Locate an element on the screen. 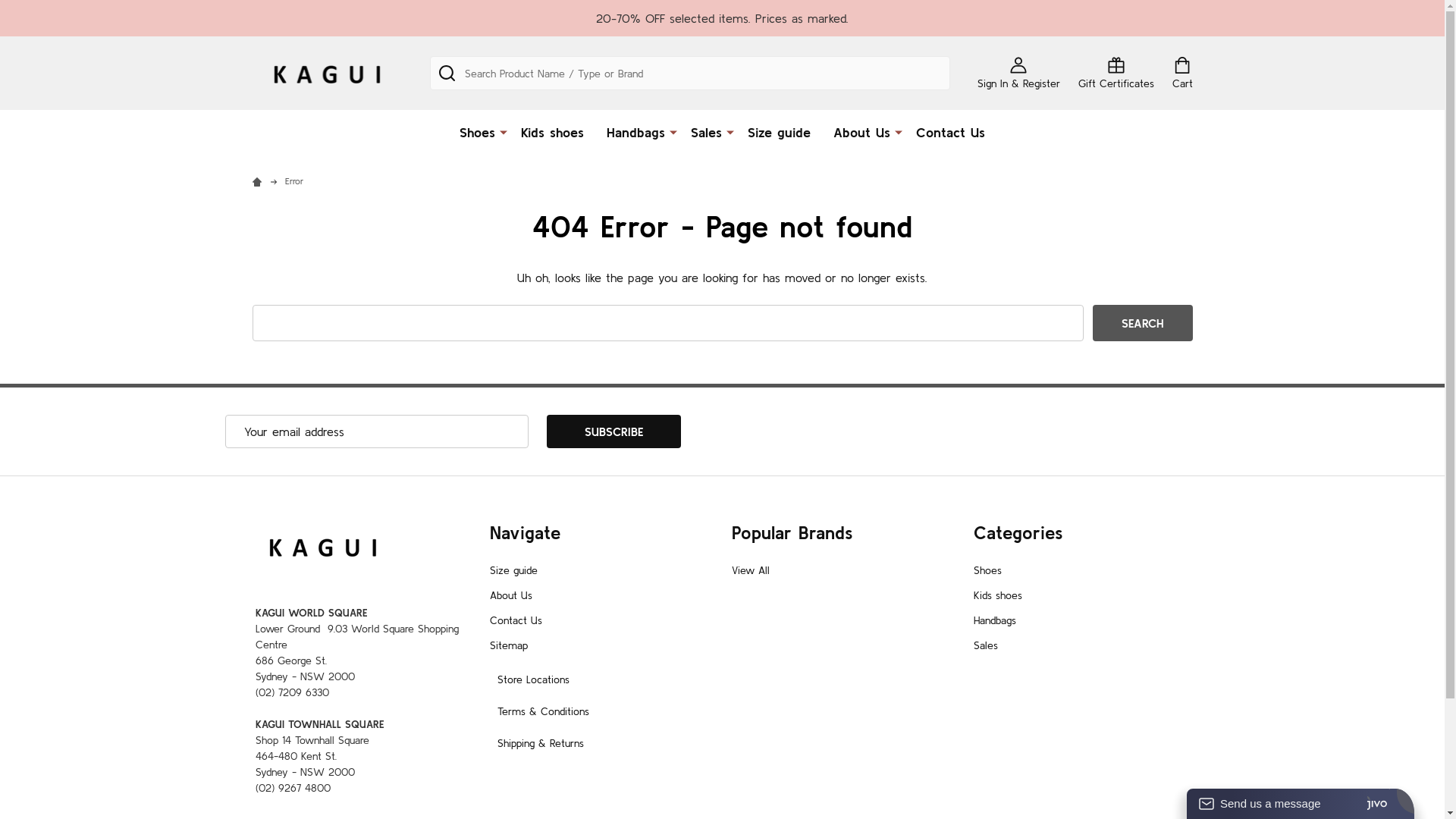  'Sitemap' is located at coordinates (509, 645).